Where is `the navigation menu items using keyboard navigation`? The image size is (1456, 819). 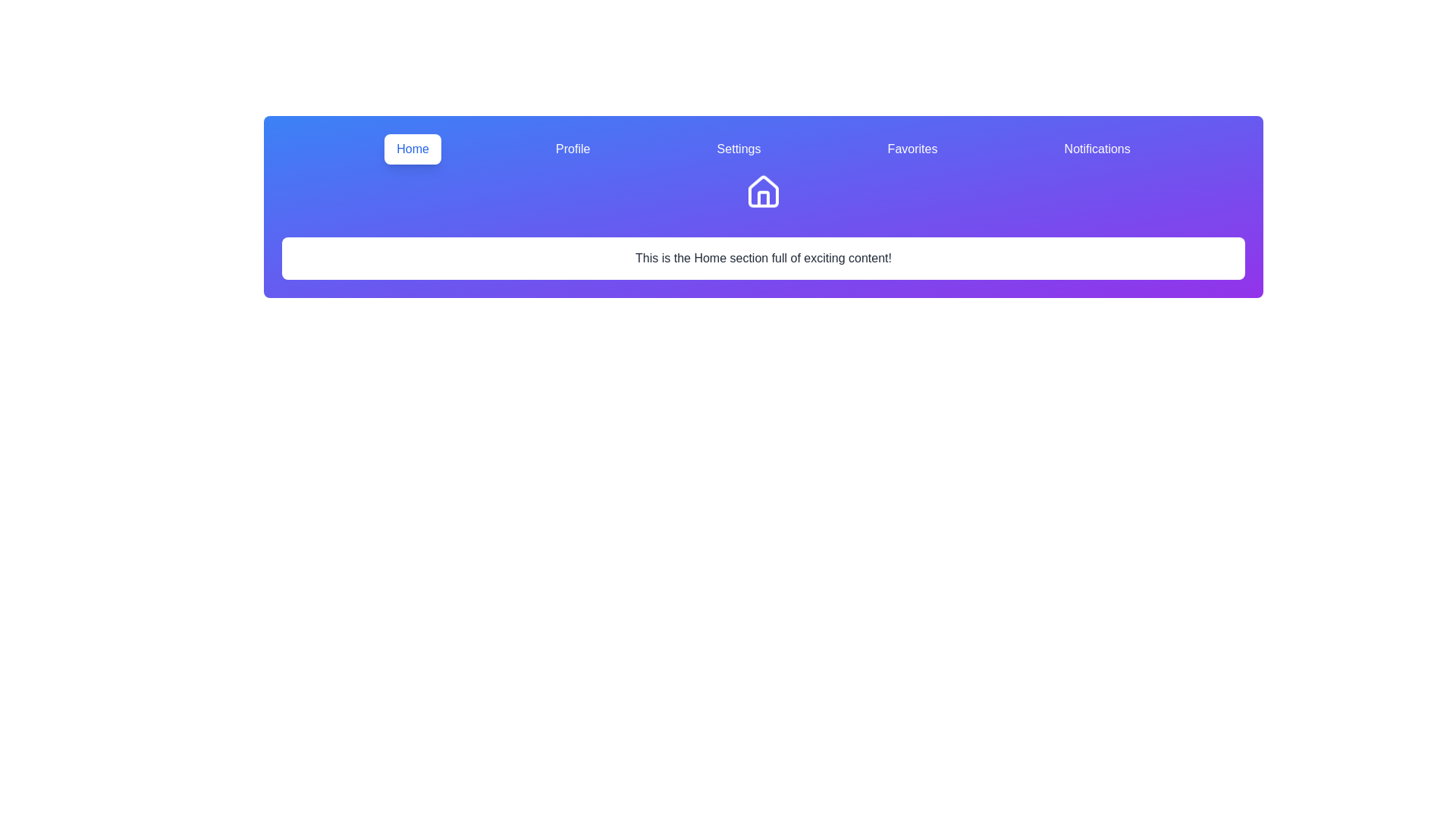 the navigation menu items using keyboard navigation is located at coordinates (764, 149).